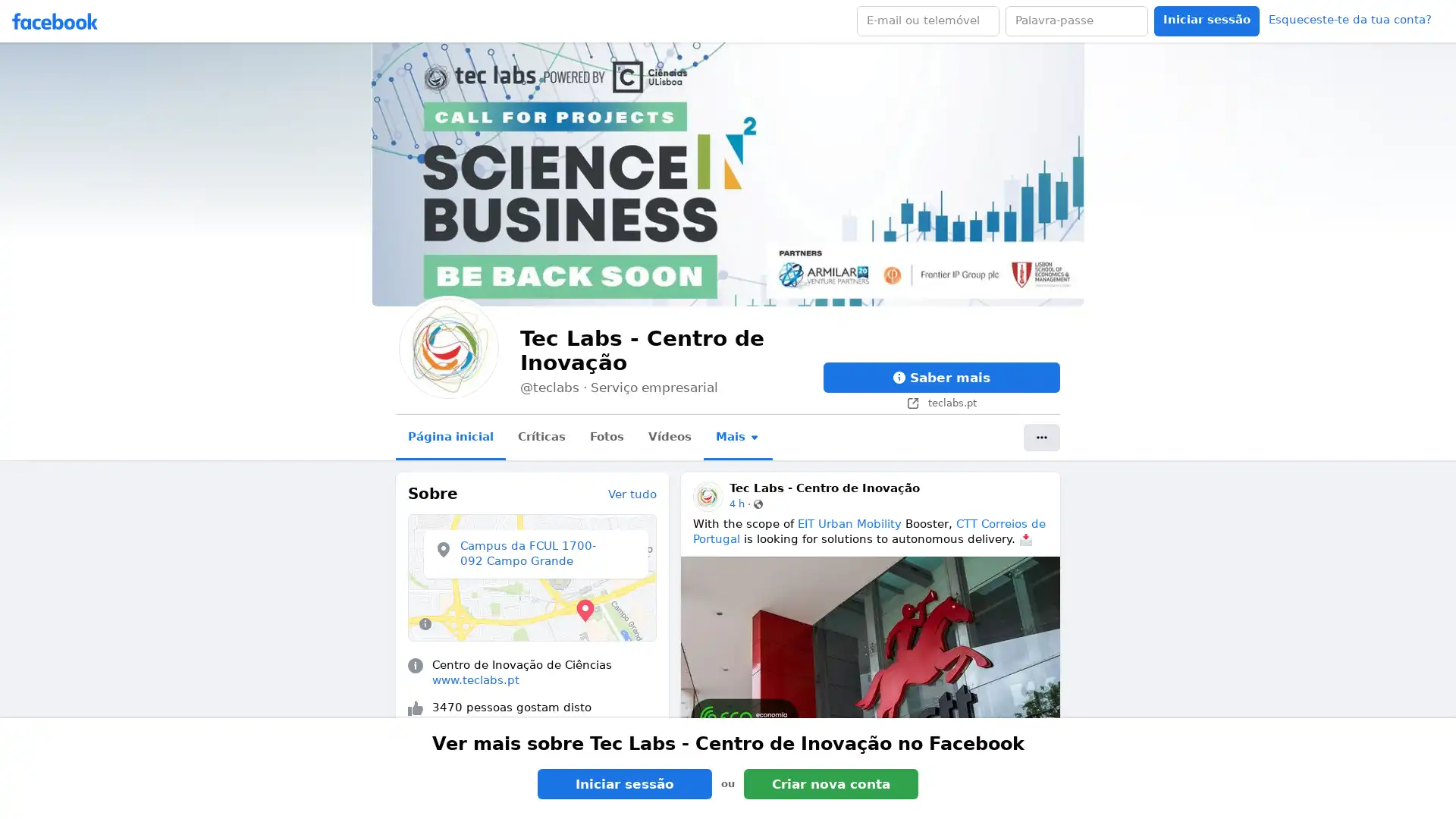  I want to click on Mais acoes, so click(1040, 438).